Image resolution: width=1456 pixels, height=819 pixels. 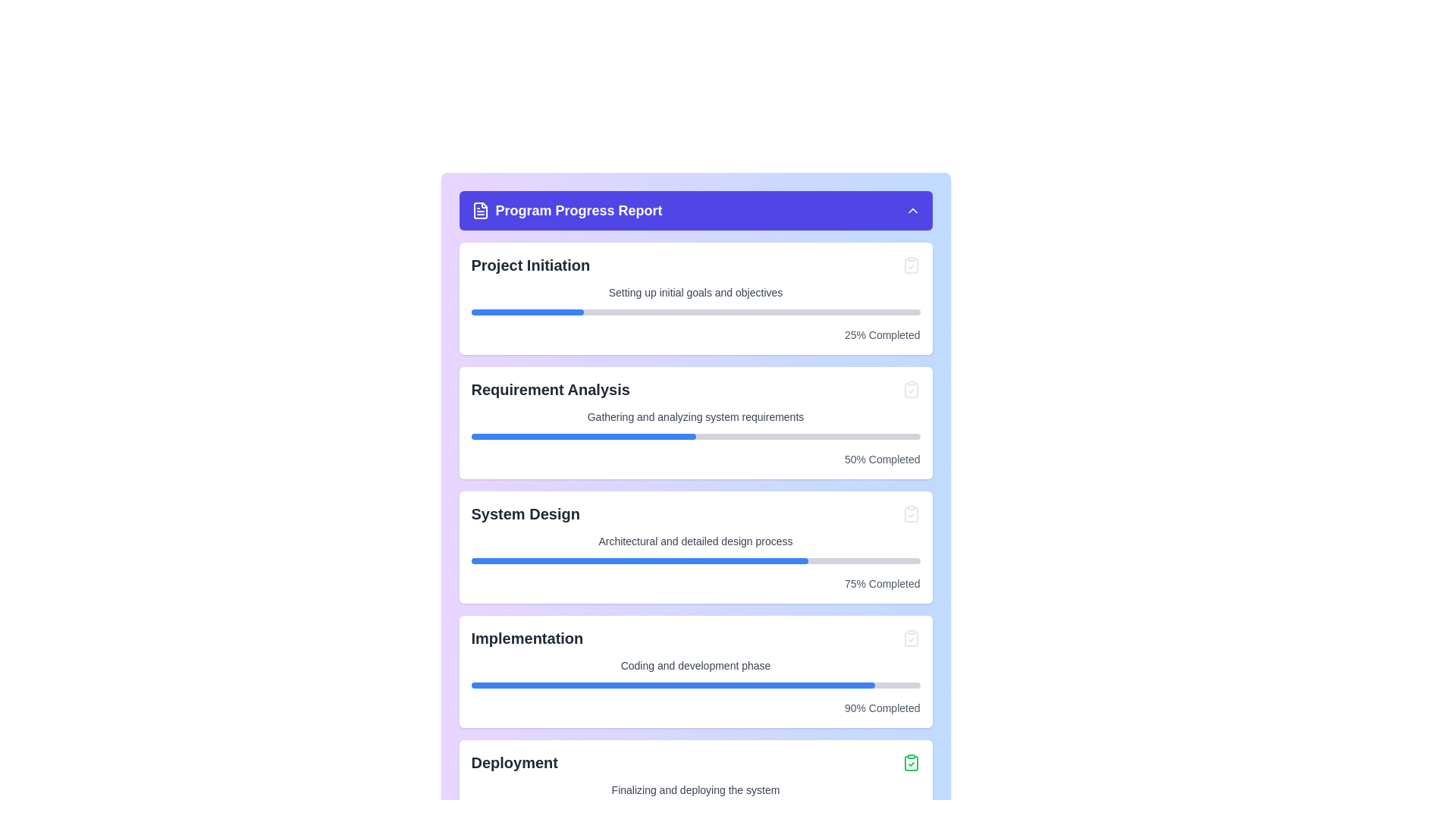 What do you see at coordinates (695, 292) in the screenshot?
I see `the text label element displaying 'Setting up initial goals and objectives', which is located within a white card below the header 'Project Initiation'` at bounding box center [695, 292].